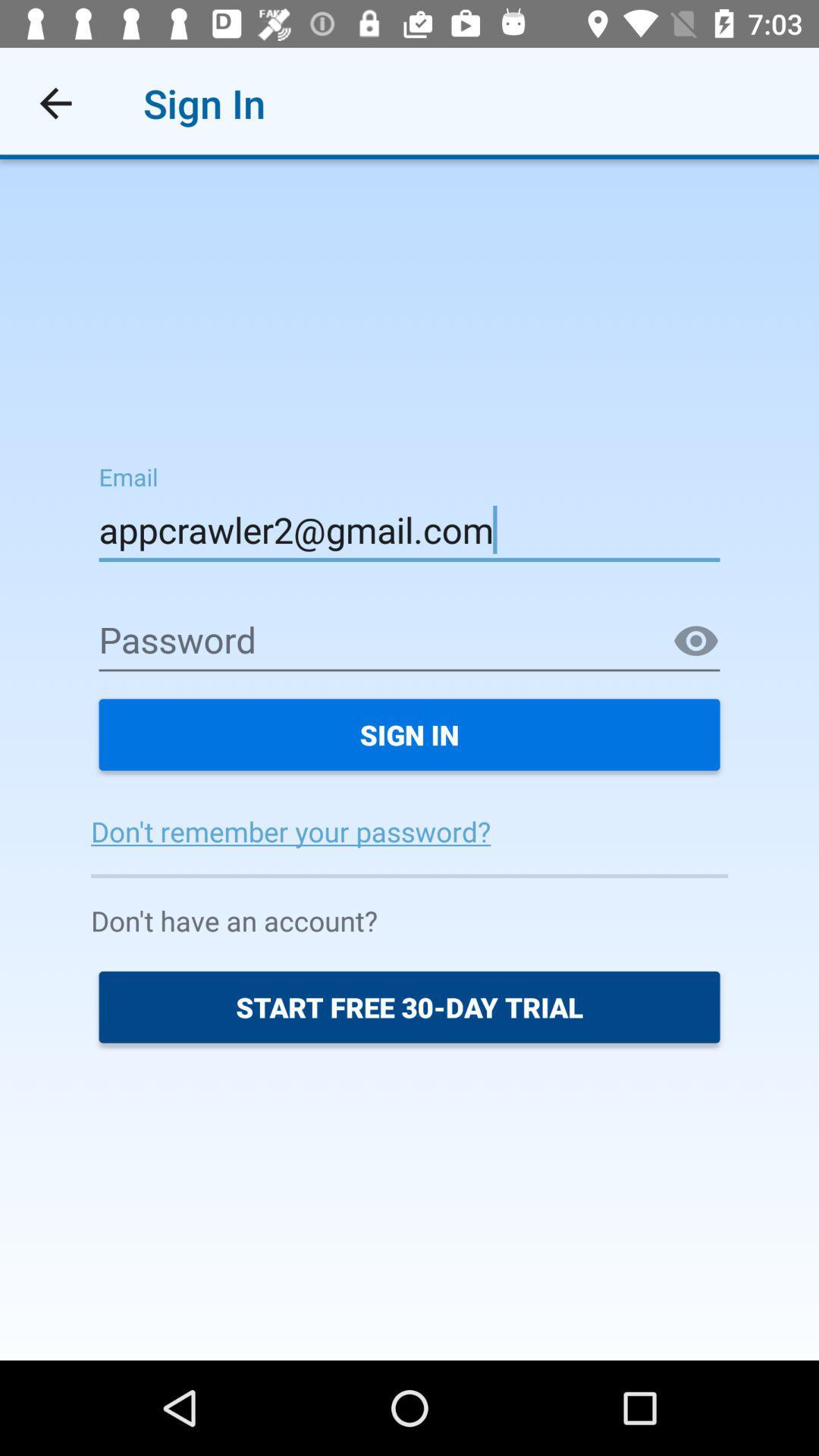 The width and height of the screenshot is (819, 1456). I want to click on show password, so click(696, 642).